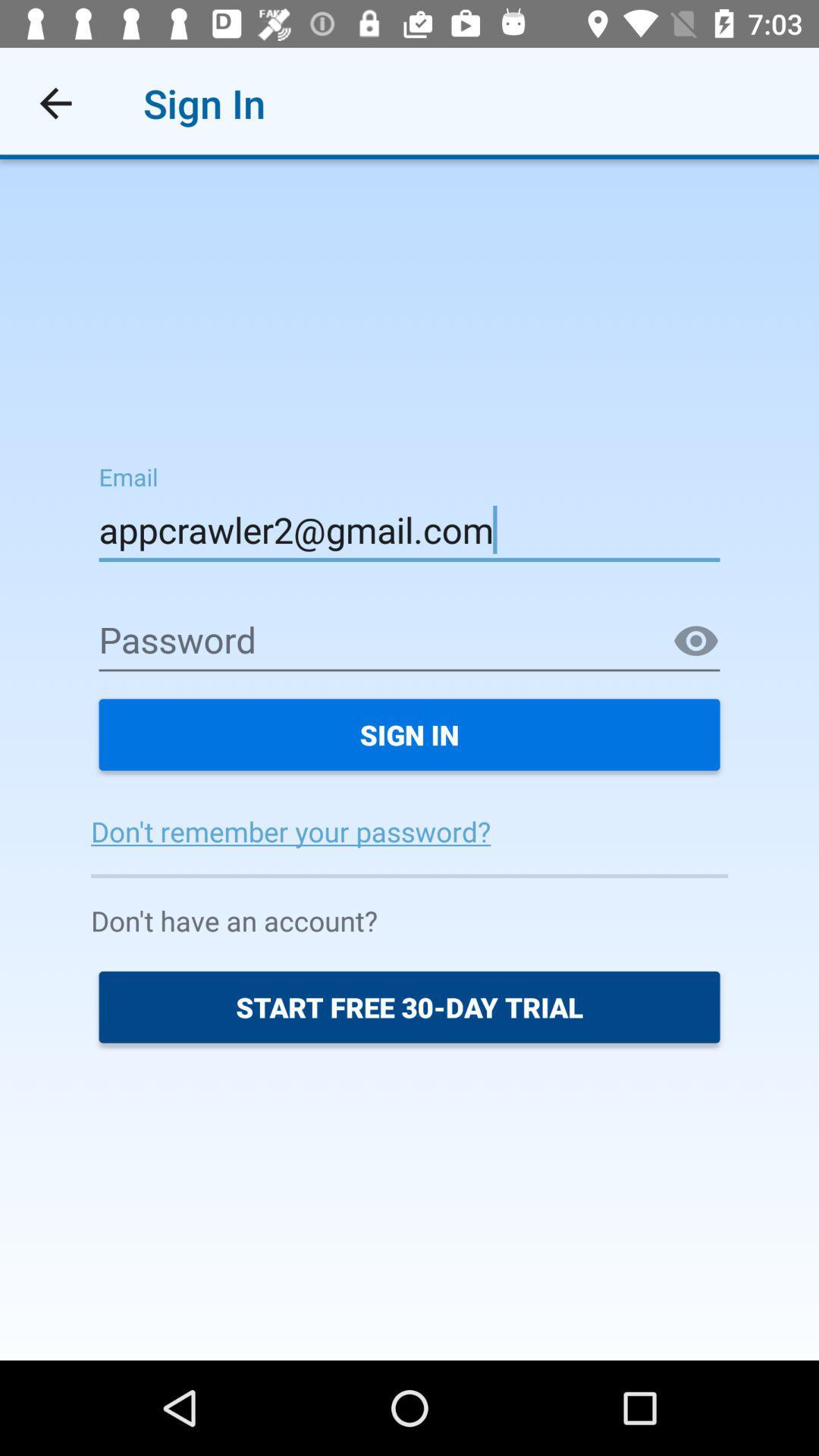 The width and height of the screenshot is (819, 1456). I want to click on show password, so click(696, 642).